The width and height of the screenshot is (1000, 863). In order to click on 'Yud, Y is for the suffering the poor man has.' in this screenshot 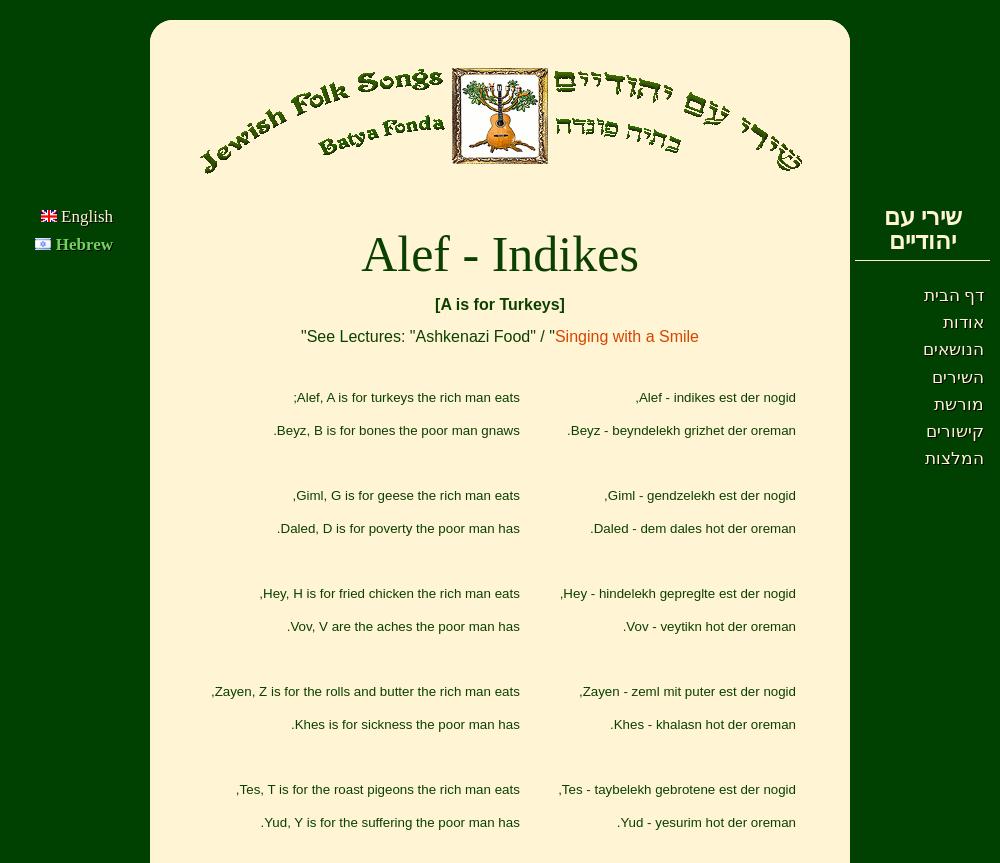, I will do `click(389, 821)`.